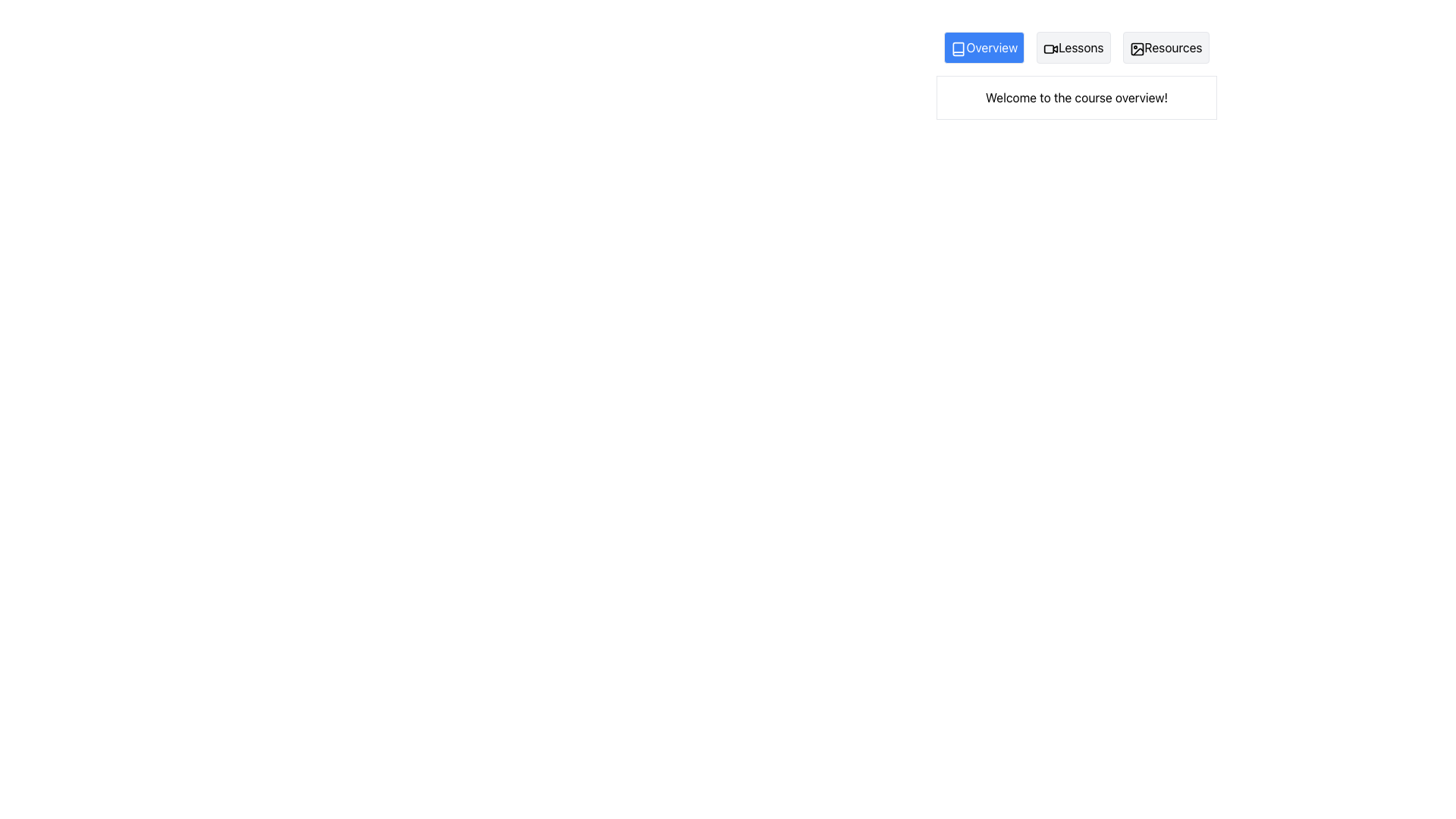  What do you see at coordinates (958, 48) in the screenshot?
I see `the blue book icon located within the 'Overview' button in the navigation section` at bounding box center [958, 48].